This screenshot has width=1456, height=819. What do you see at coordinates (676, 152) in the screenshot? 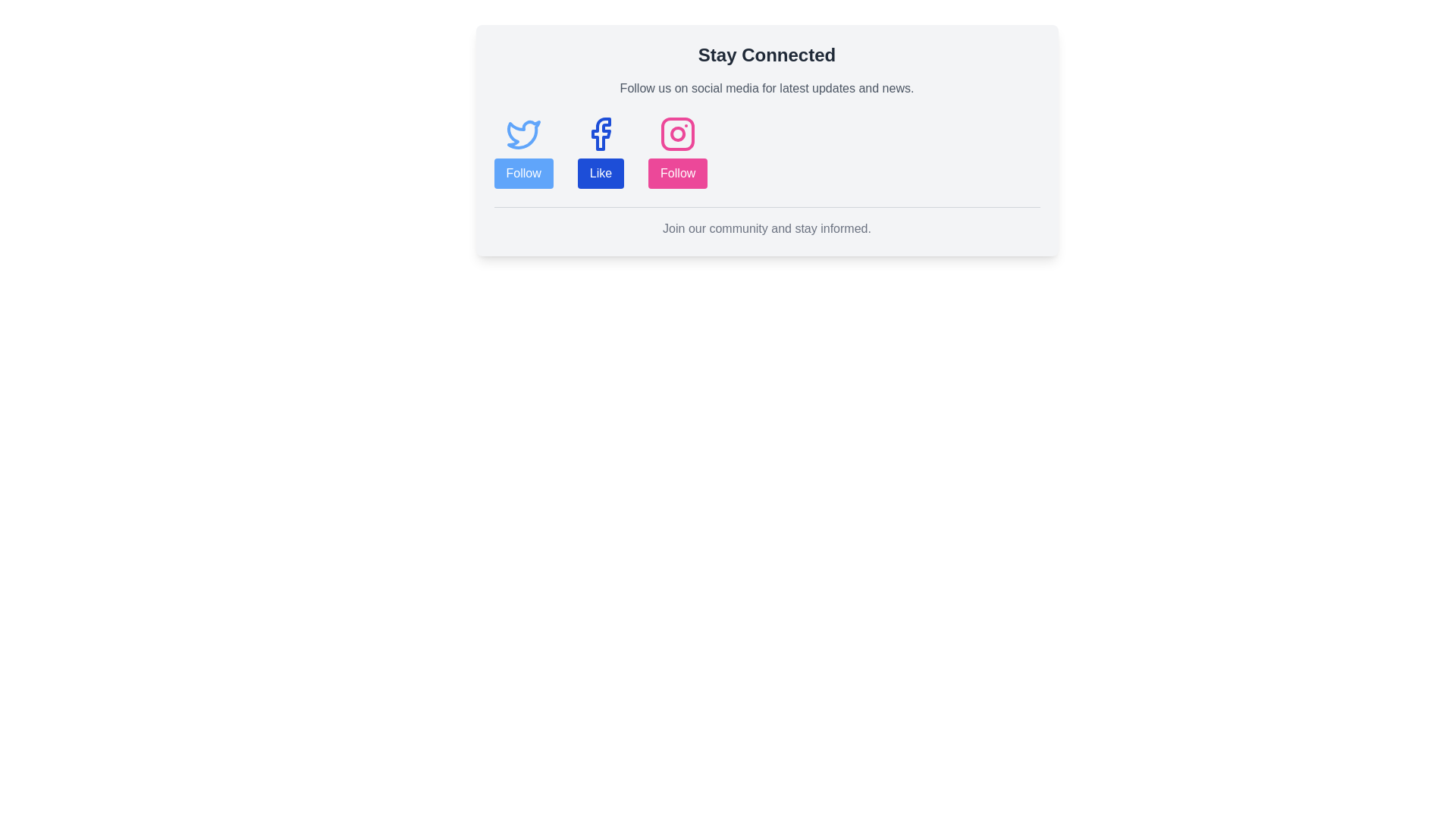
I see `the Instagram follow button, which is the third interactive element in a horizontal grouping of social media buttons` at bounding box center [676, 152].